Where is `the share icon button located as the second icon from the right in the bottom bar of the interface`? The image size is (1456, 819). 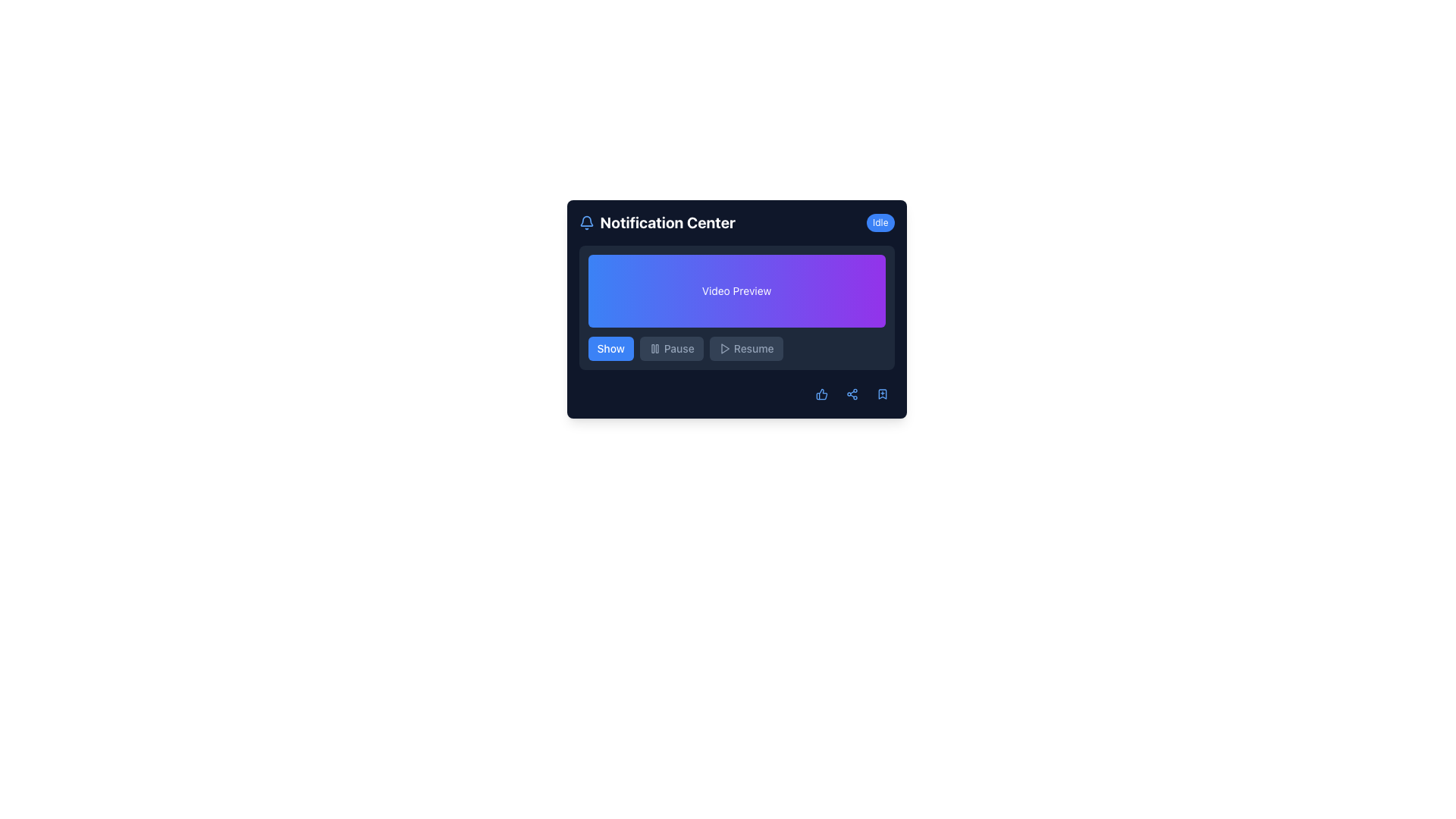 the share icon button located as the second icon from the right in the bottom bar of the interface is located at coordinates (852, 394).